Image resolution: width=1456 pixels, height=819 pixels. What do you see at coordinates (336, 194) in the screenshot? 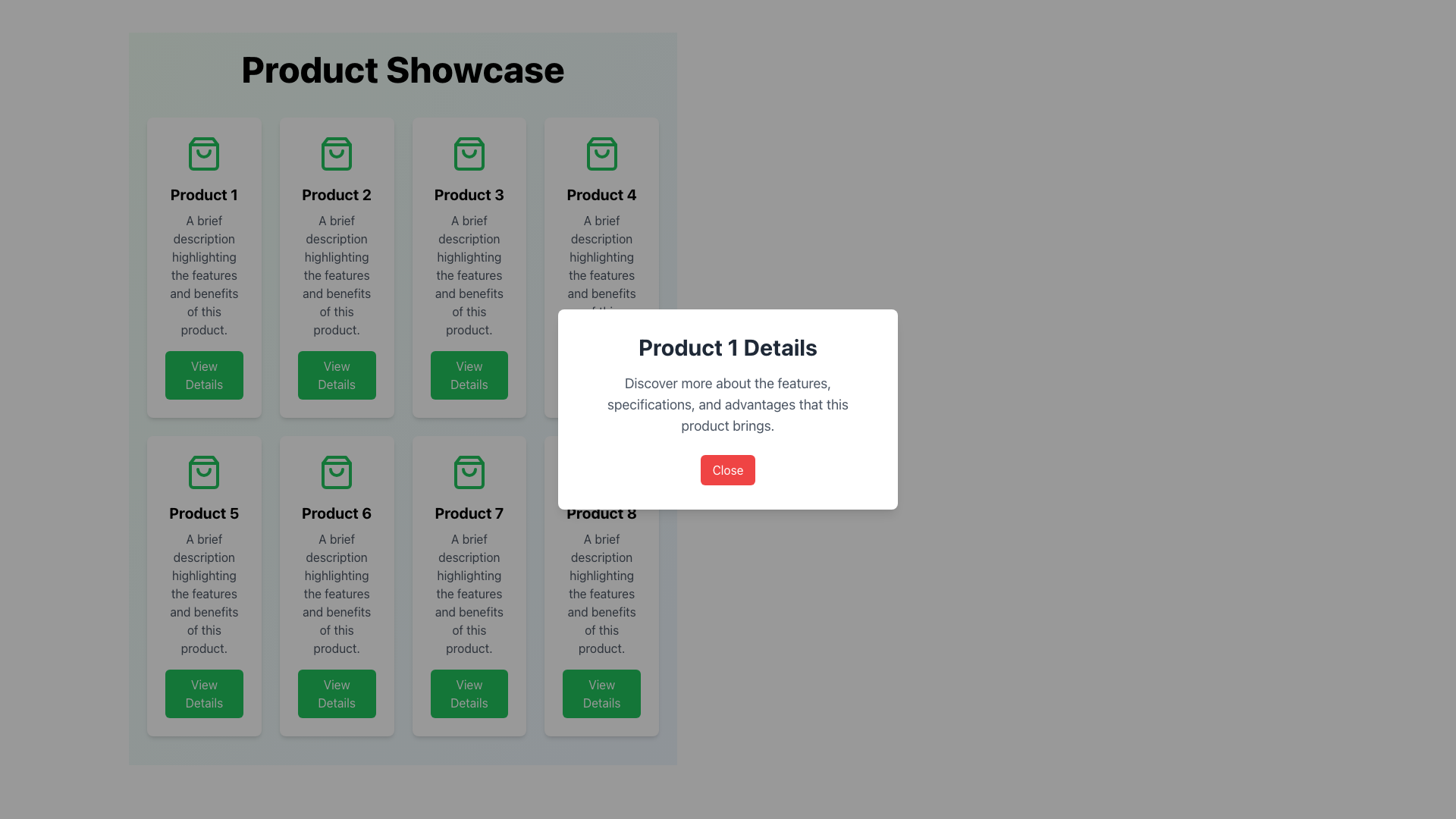
I see `text label 'Product 2' which is styled with a bold and larger font size, located in the second product card of a 4x2 grid layout, positioned between the shopping bag icon and the 'View Details' button` at bounding box center [336, 194].